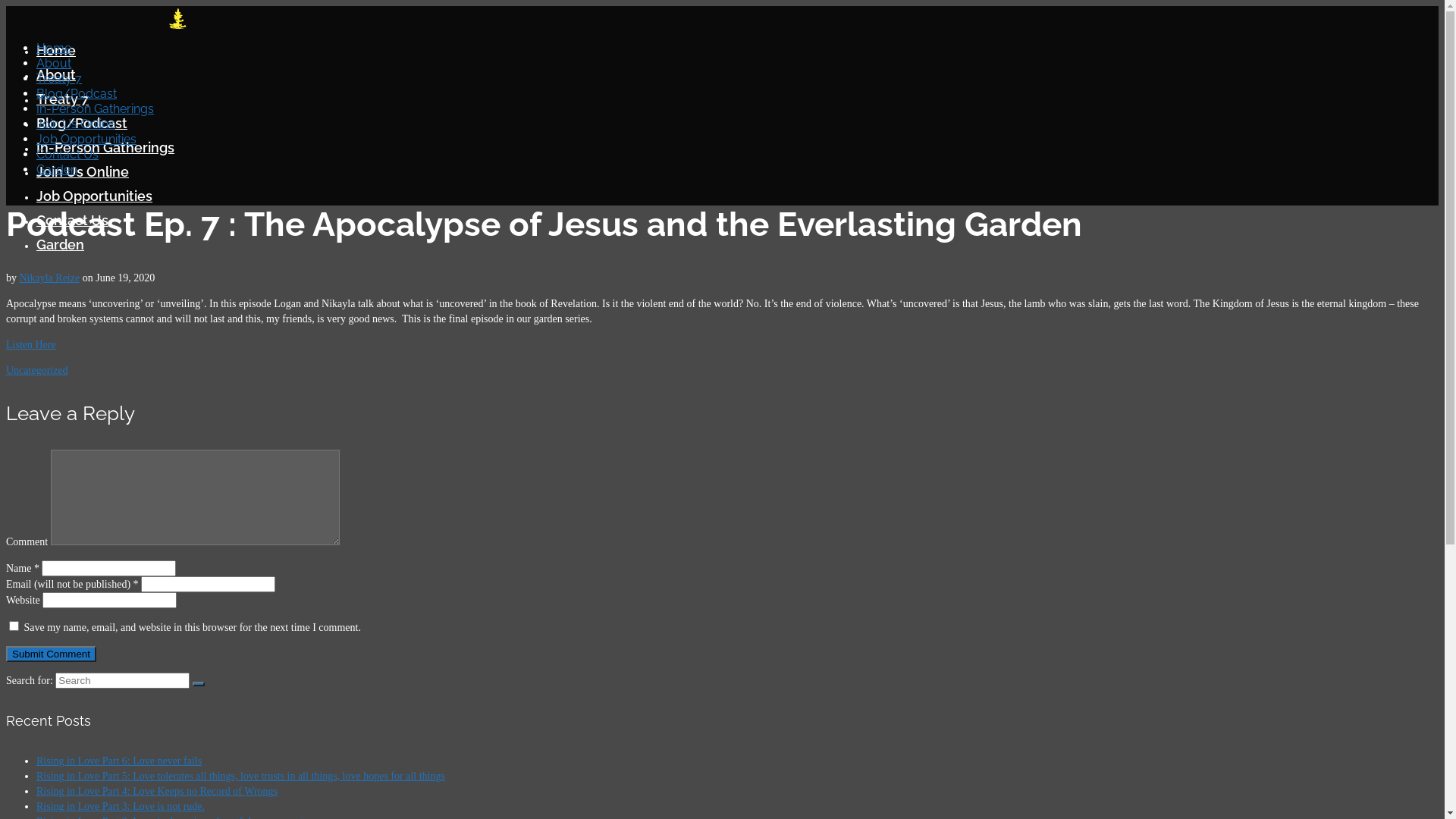 The image size is (1456, 819). What do you see at coordinates (93, 195) in the screenshot?
I see `'Job Opportunities'` at bounding box center [93, 195].